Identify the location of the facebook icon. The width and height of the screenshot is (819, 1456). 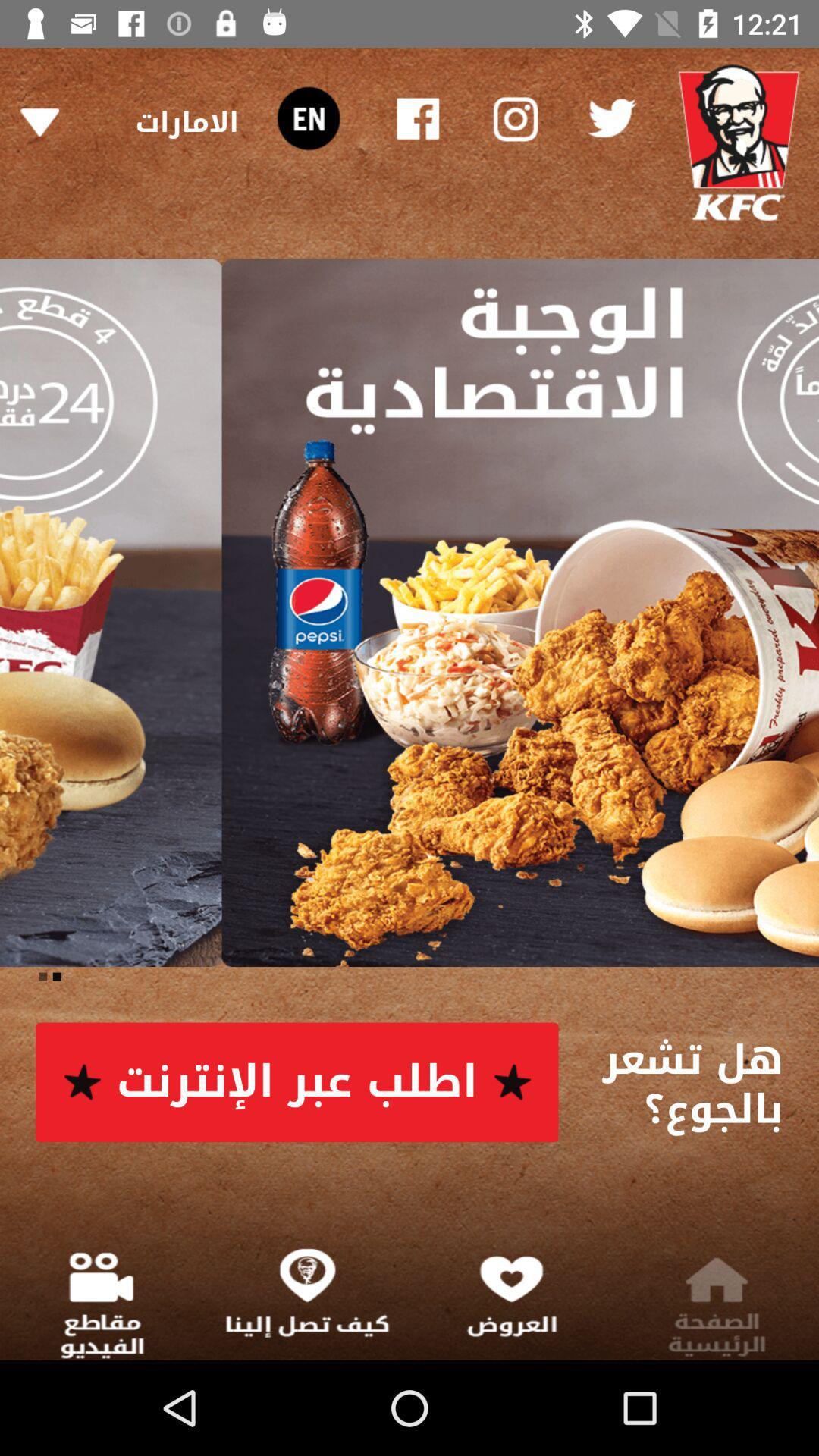
(418, 118).